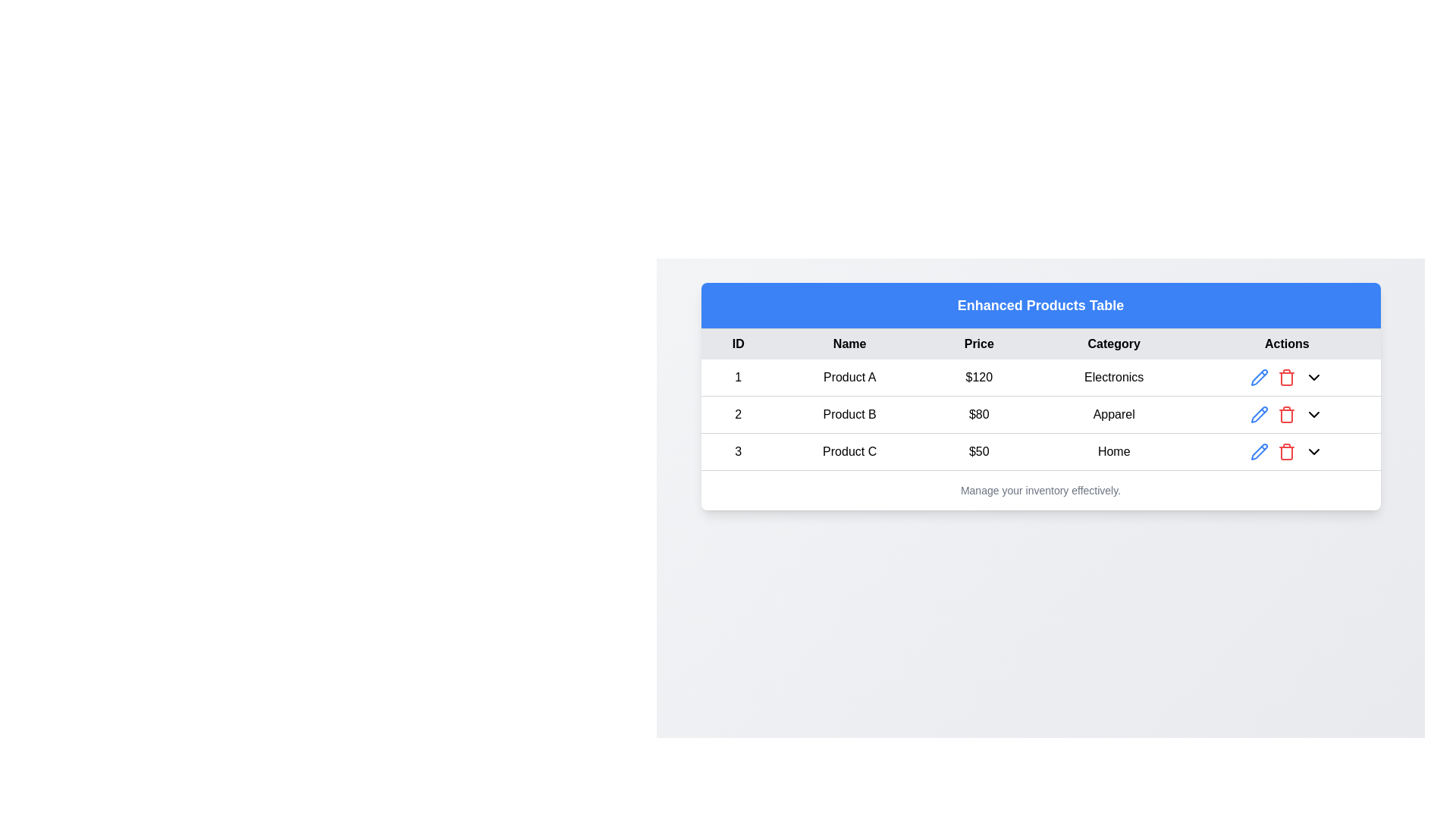 The height and width of the screenshot is (819, 1456). What do you see at coordinates (979, 415) in the screenshot?
I see `value displayed in the table cell containing the text '$80', which is located in the 'Price' column of the second row for Product B` at bounding box center [979, 415].